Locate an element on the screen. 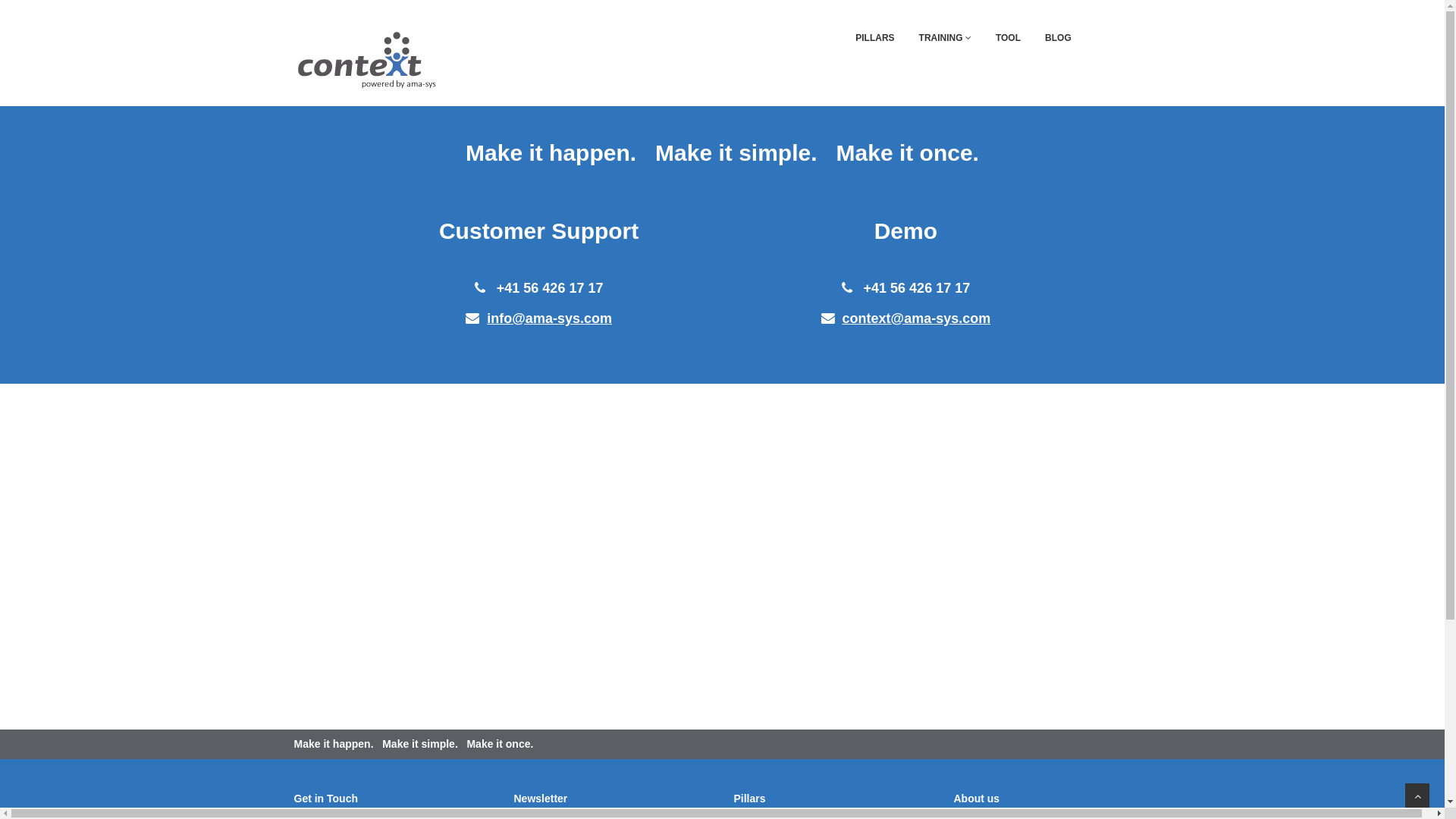 Image resolution: width=1456 pixels, height=819 pixels. 'Make it happen.   Make it simple.   Make it once.' is located at coordinates (721, 152).